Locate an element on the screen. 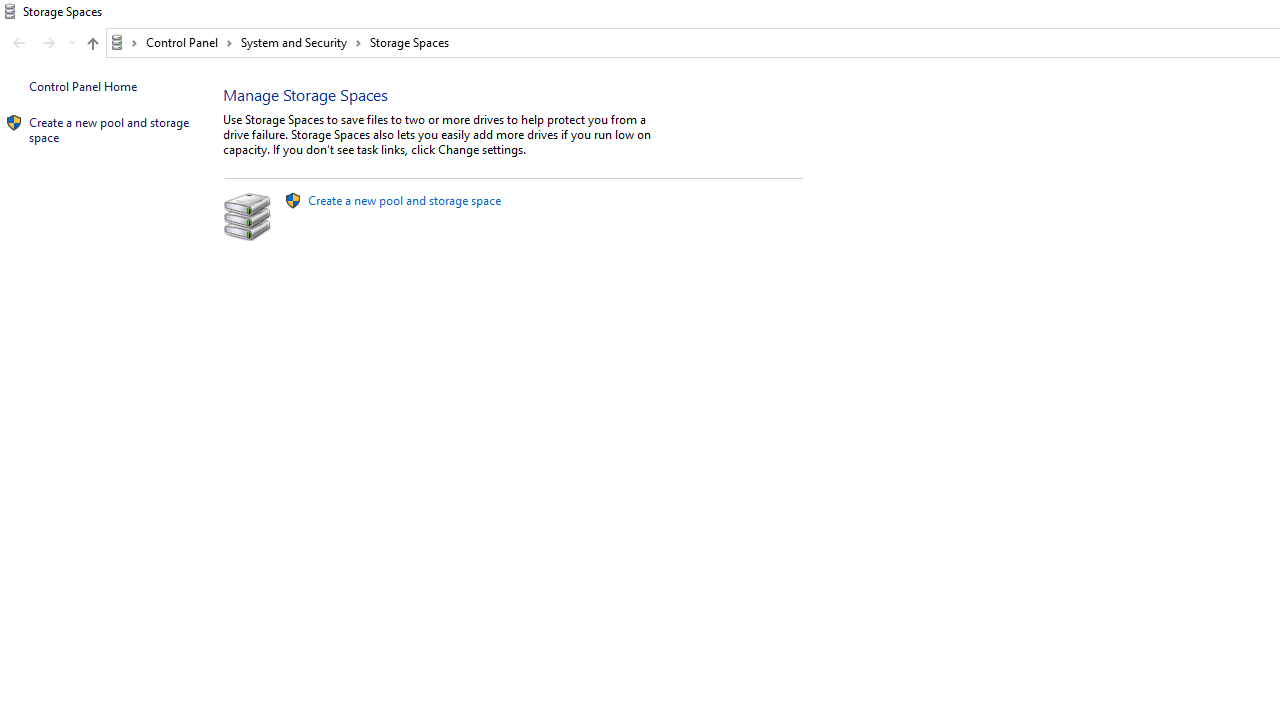 This screenshot has height=720, width=1280. 'System and Security' is located at coordinates (300, 42).